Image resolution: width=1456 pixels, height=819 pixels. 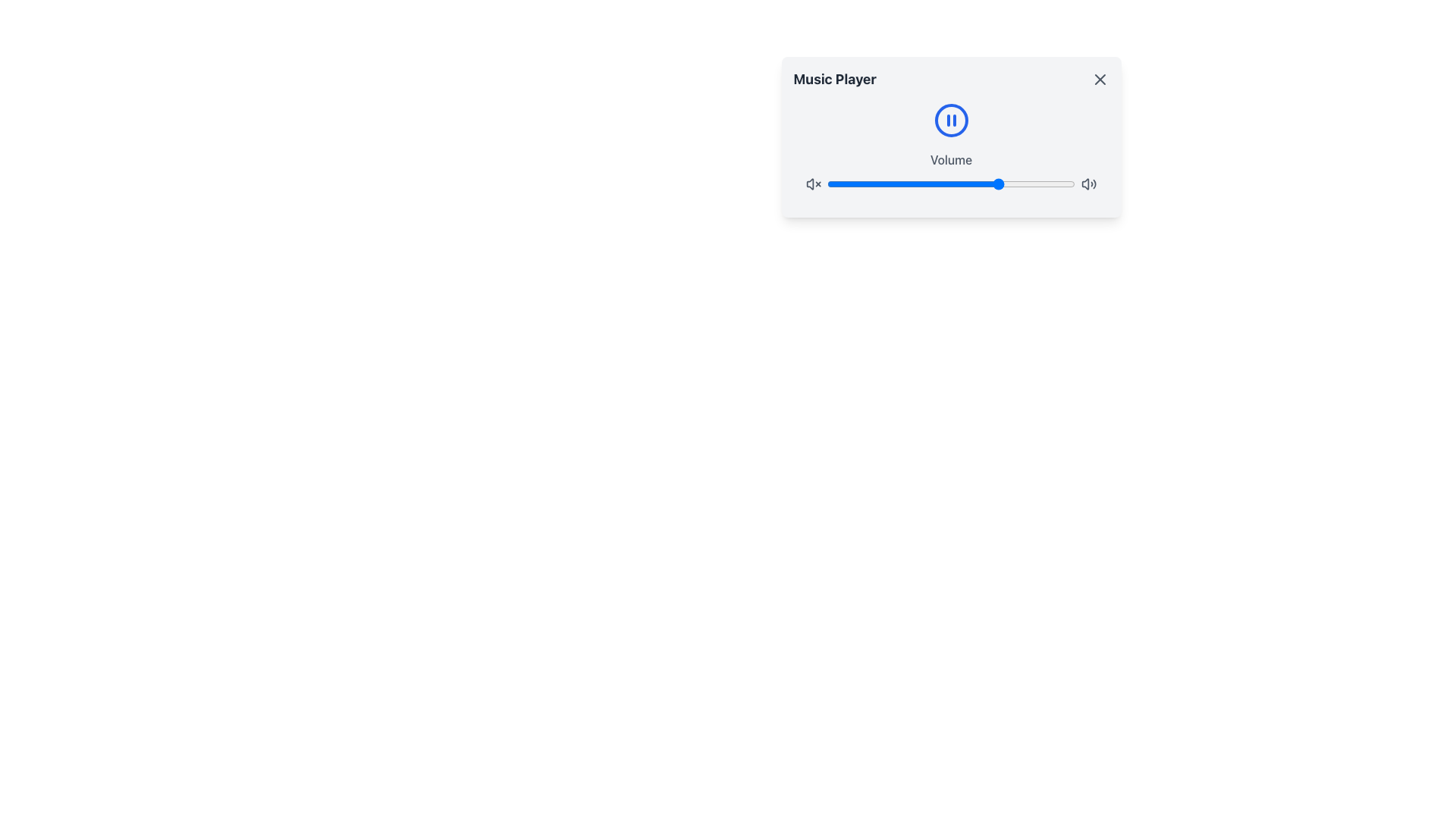 I want to click on the volume, so click(x=971, y=184).